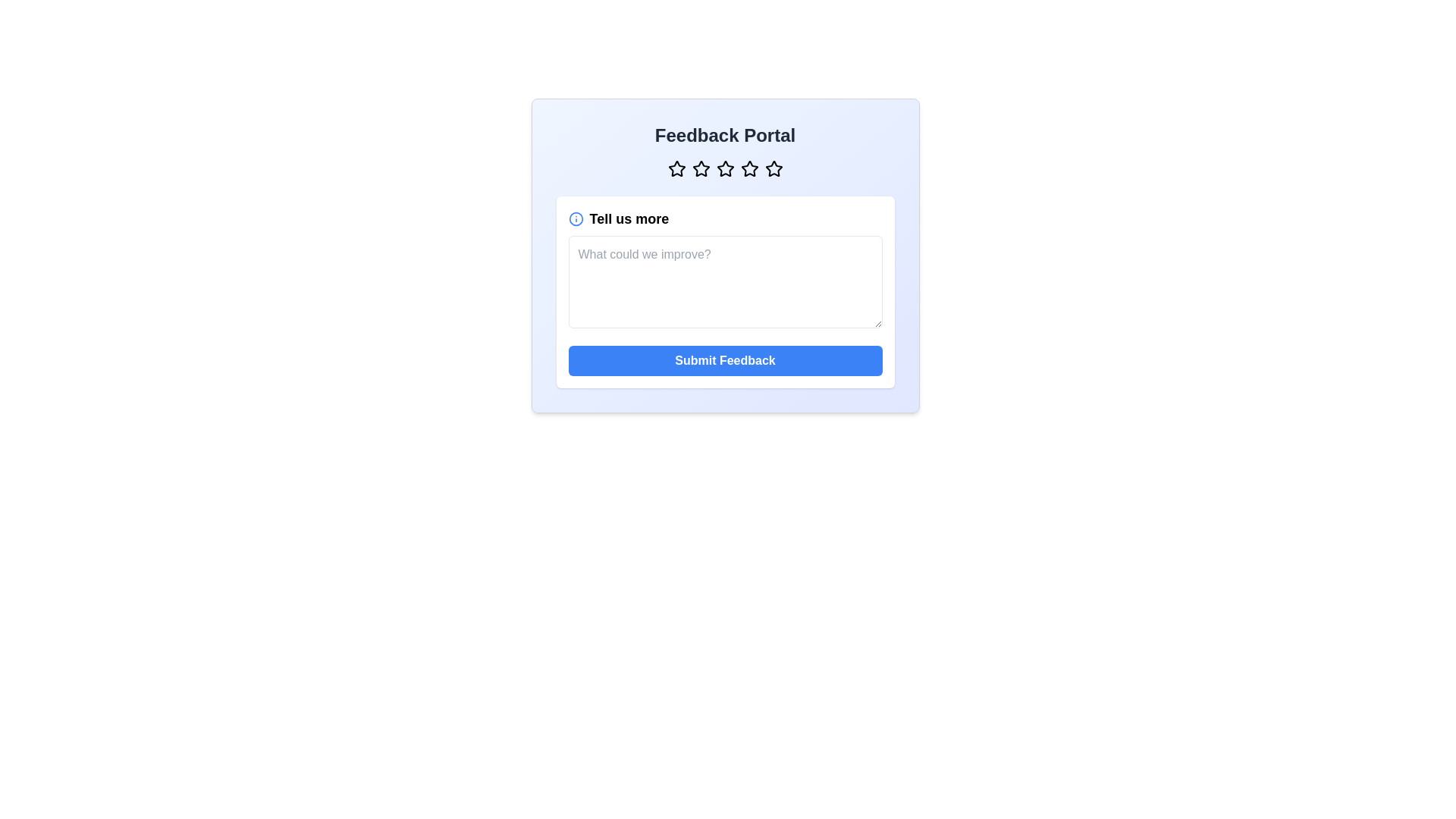  Describe the element at coordinates (773, 169) in the screenshot. I see `the fifth star rating icon` at that location.